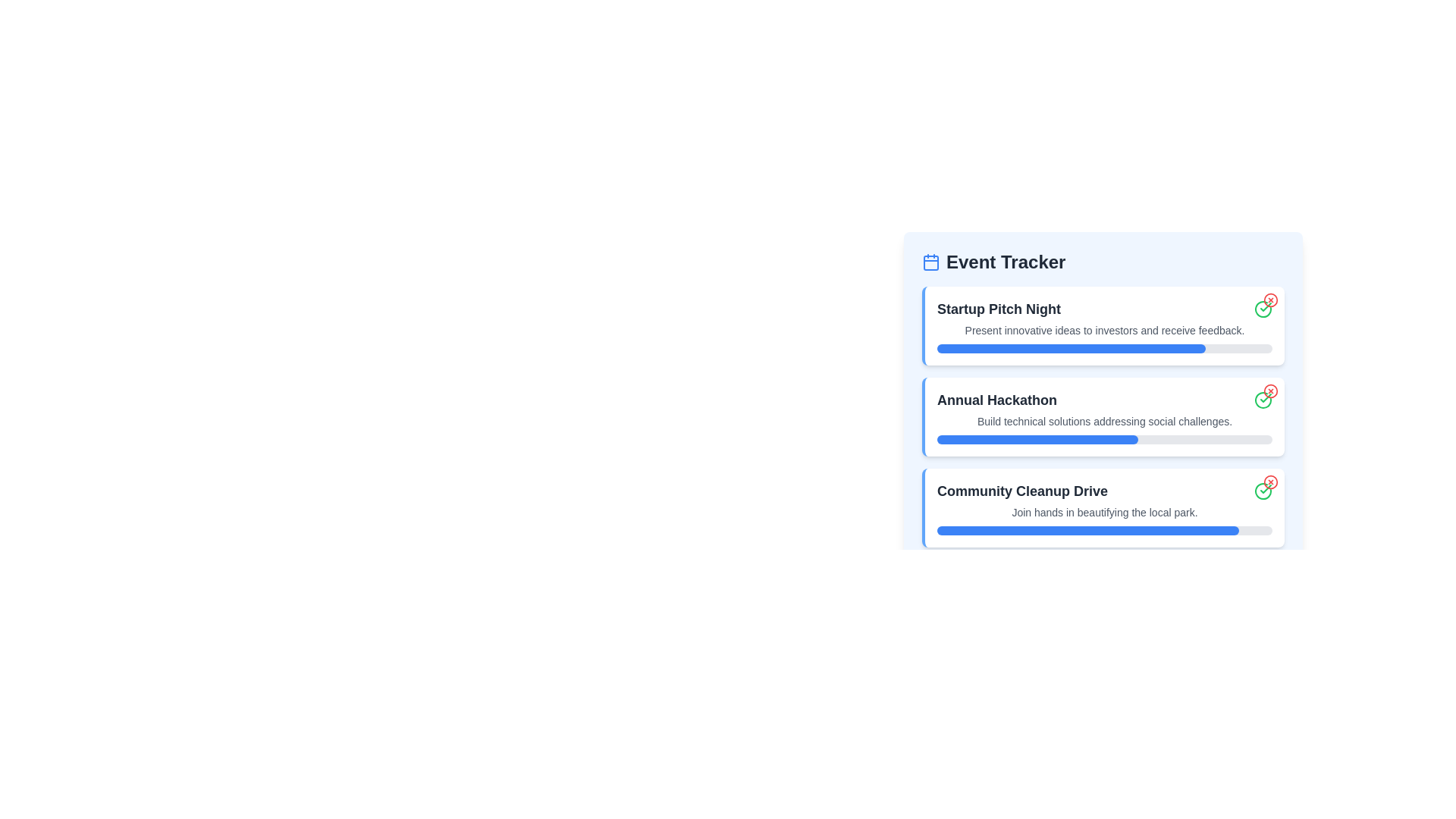  I want to click on the blue progress bar representing 90% completion for the 'Community Cleanup Drive' event, located within the 'Event Tracker' section, so click(1087, 529).